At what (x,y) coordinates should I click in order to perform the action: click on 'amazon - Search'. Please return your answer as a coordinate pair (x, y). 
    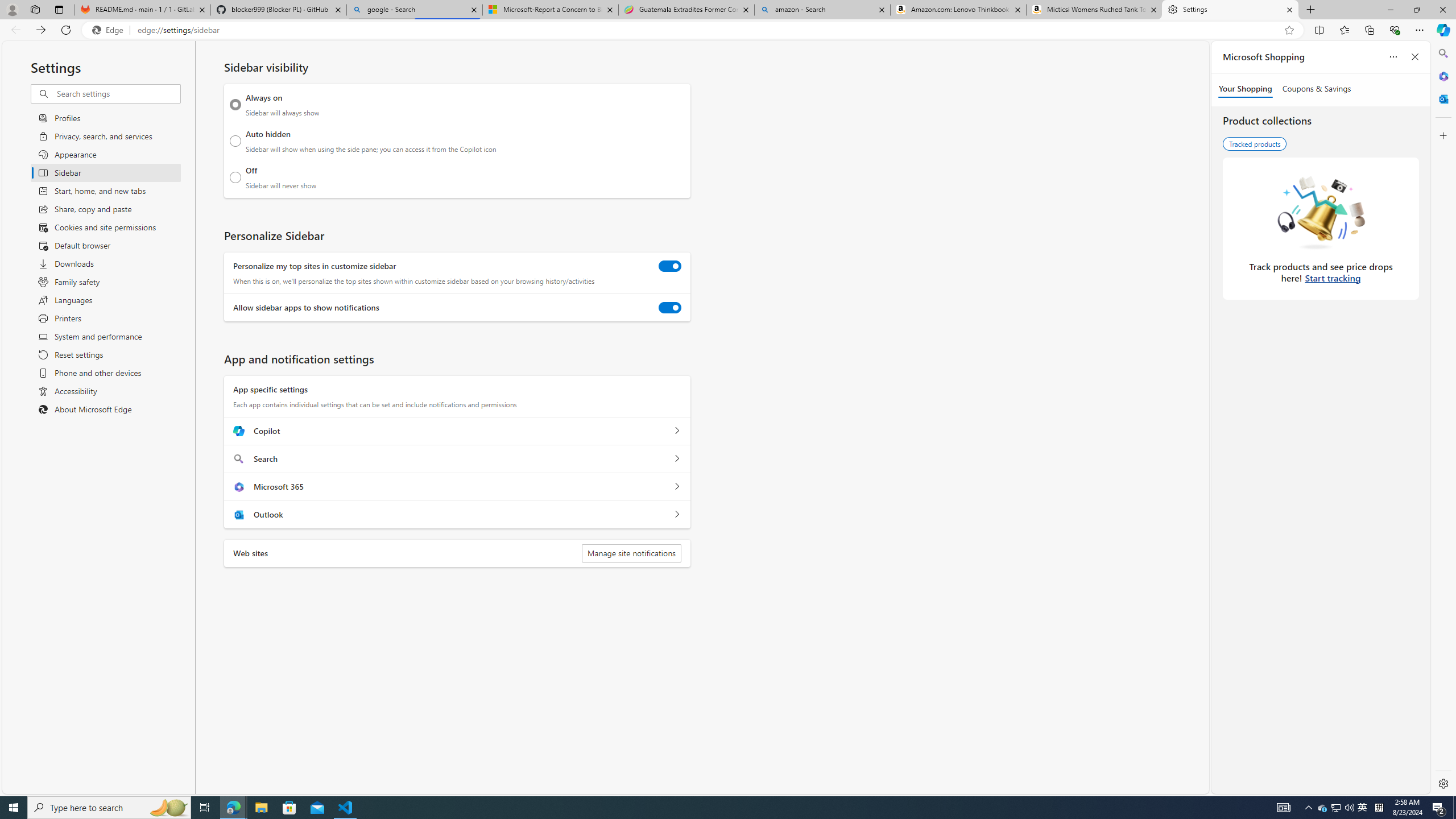
    Looking at the image, I should click on (822, 9).